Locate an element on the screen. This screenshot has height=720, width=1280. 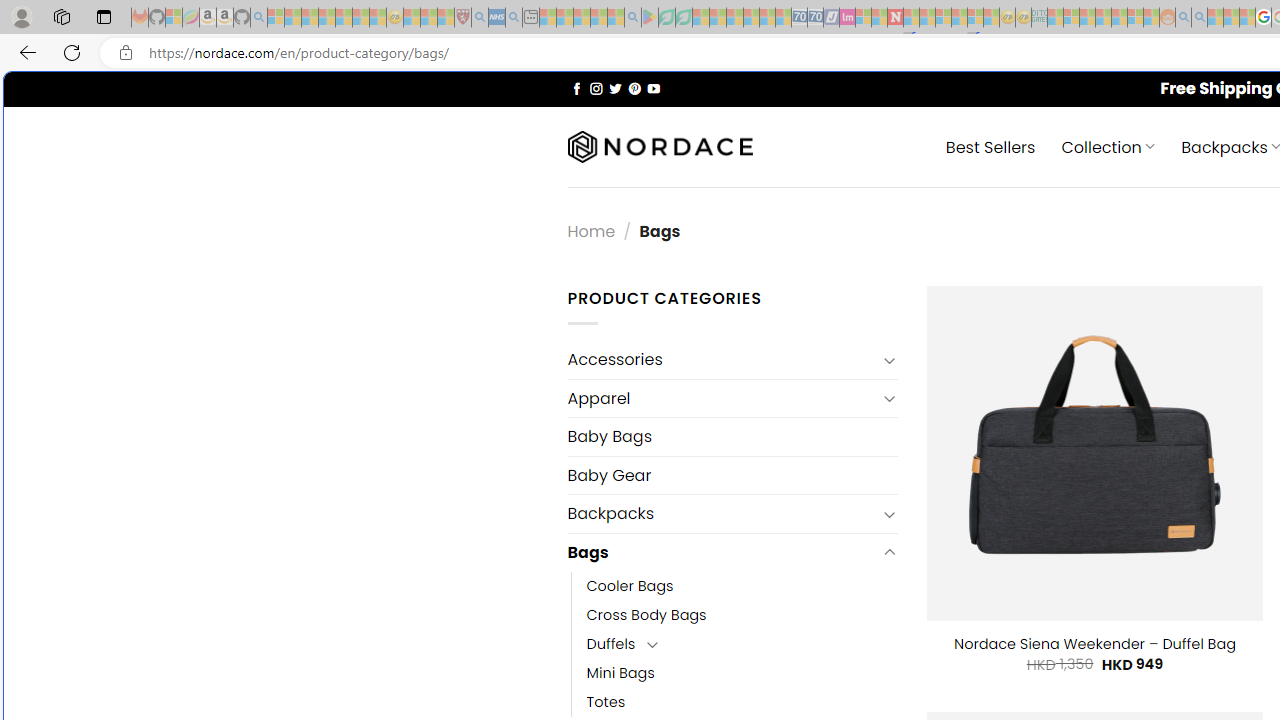
'Follow on Twitter' is located at coordinates (614, 87).